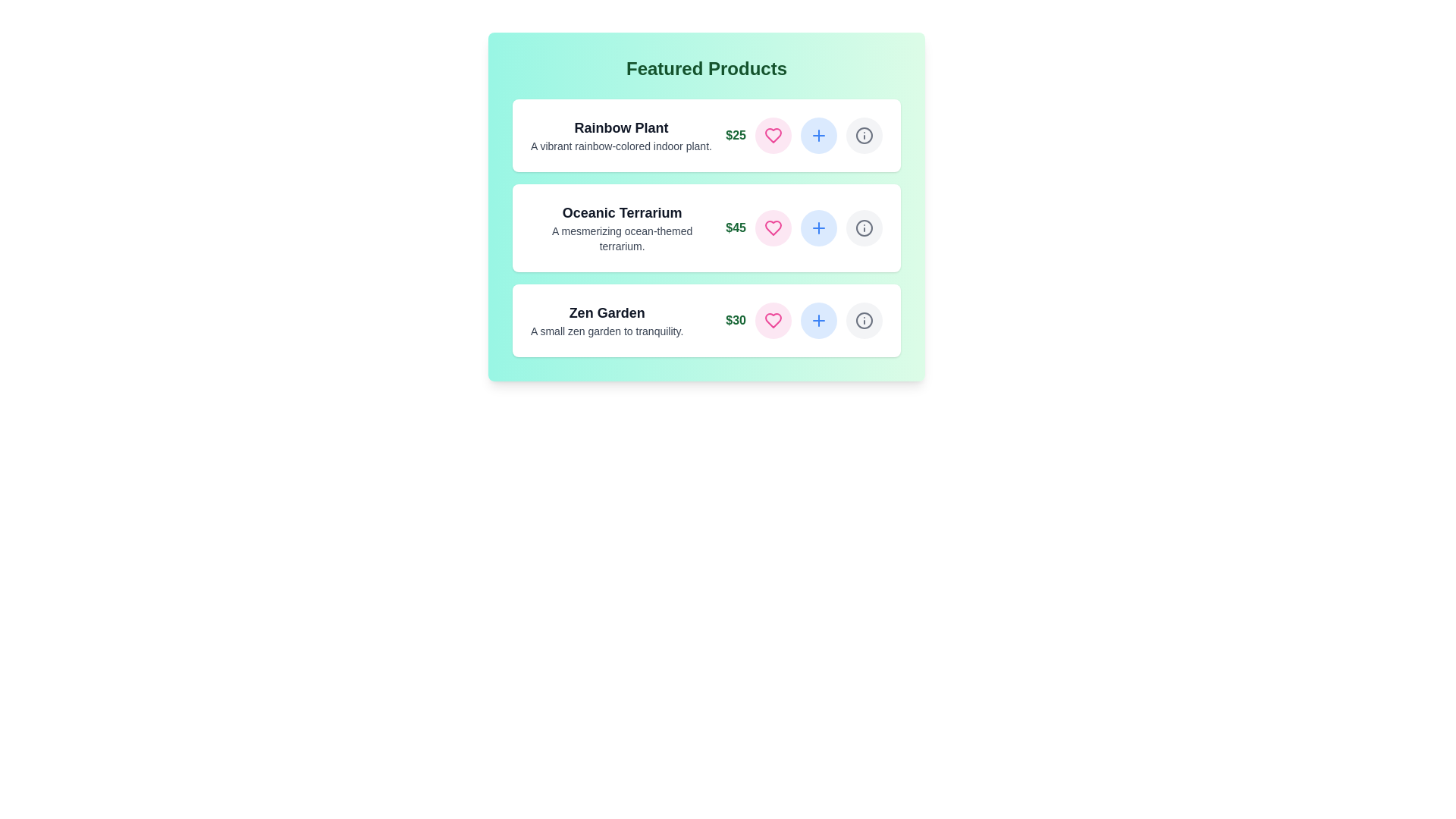 The height and width of the screenshot is (819, 1456). Describe the element at coordinates (705, 134) in the screenshot. I see `the product card for Rainbow Plant` at that location.